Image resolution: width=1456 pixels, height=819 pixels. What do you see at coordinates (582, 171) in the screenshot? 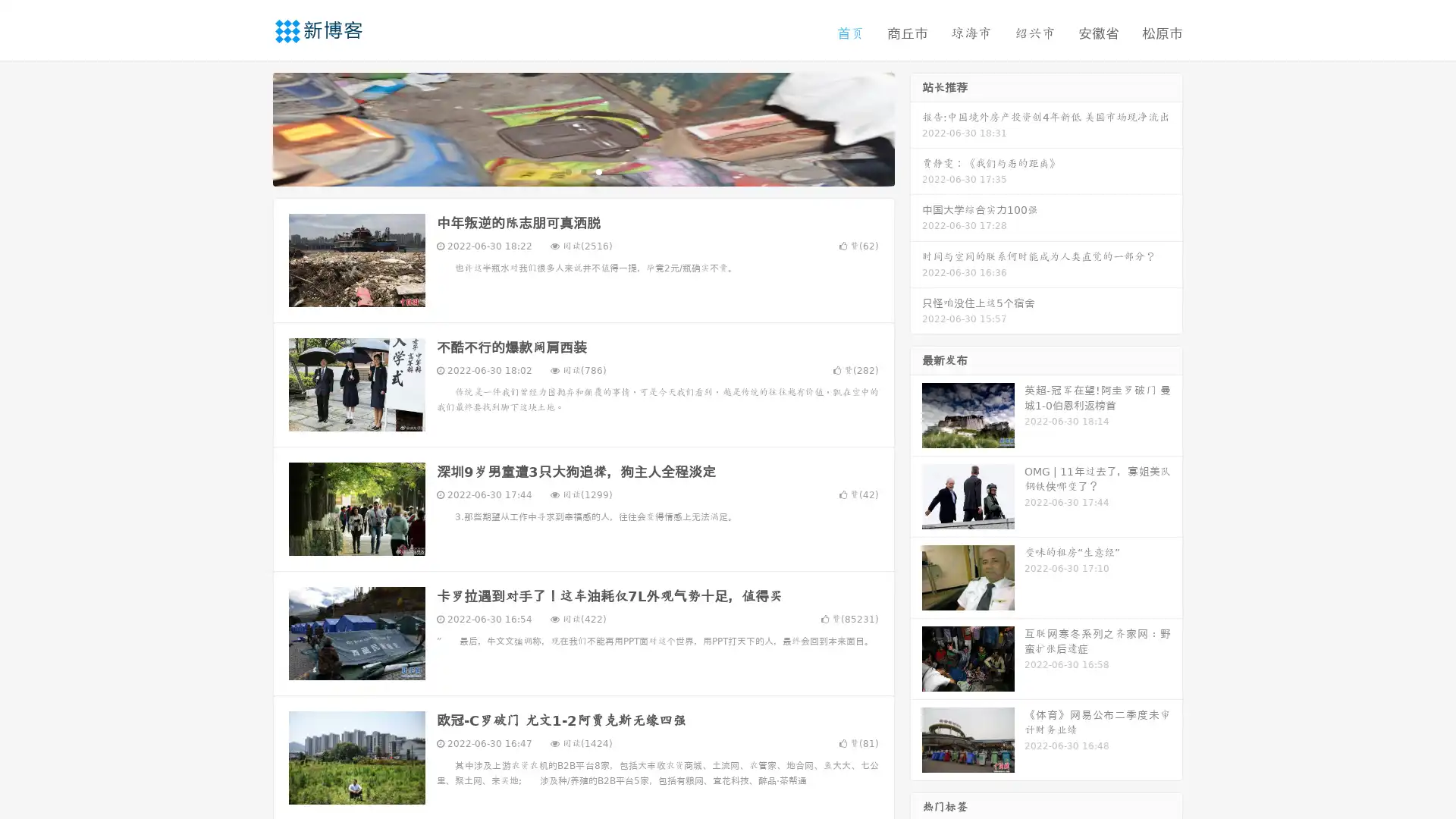
I see `Go to slide 2` at bounding box center [582, 171].